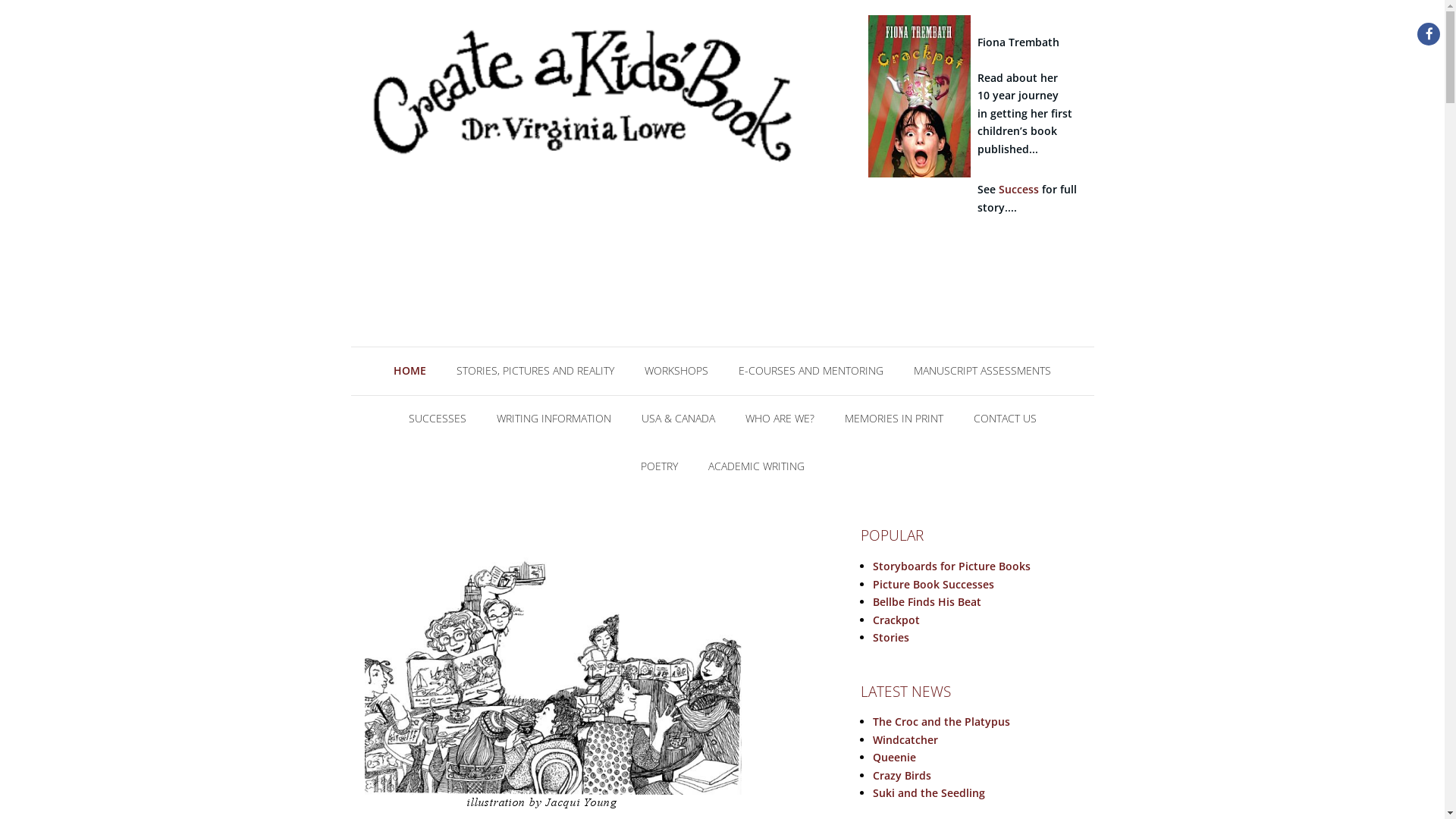  I want to click on 'Crazy Birds', so click(902, 775).